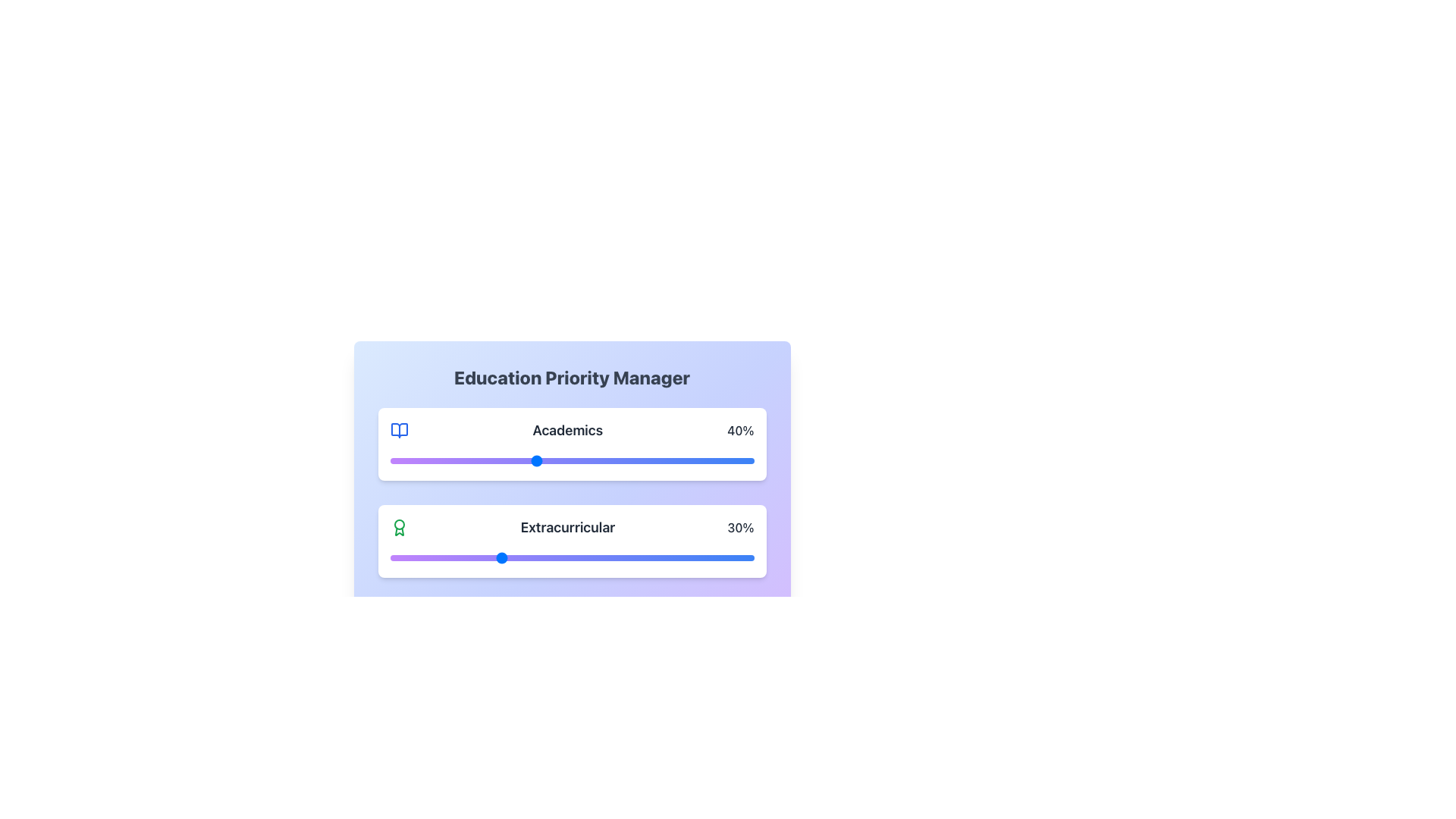 This screenshot has height=819, width=1456. What do you see at coordinates (597, 558) in the screenshot?
I see `the slider` at bounding box center [597, 558].